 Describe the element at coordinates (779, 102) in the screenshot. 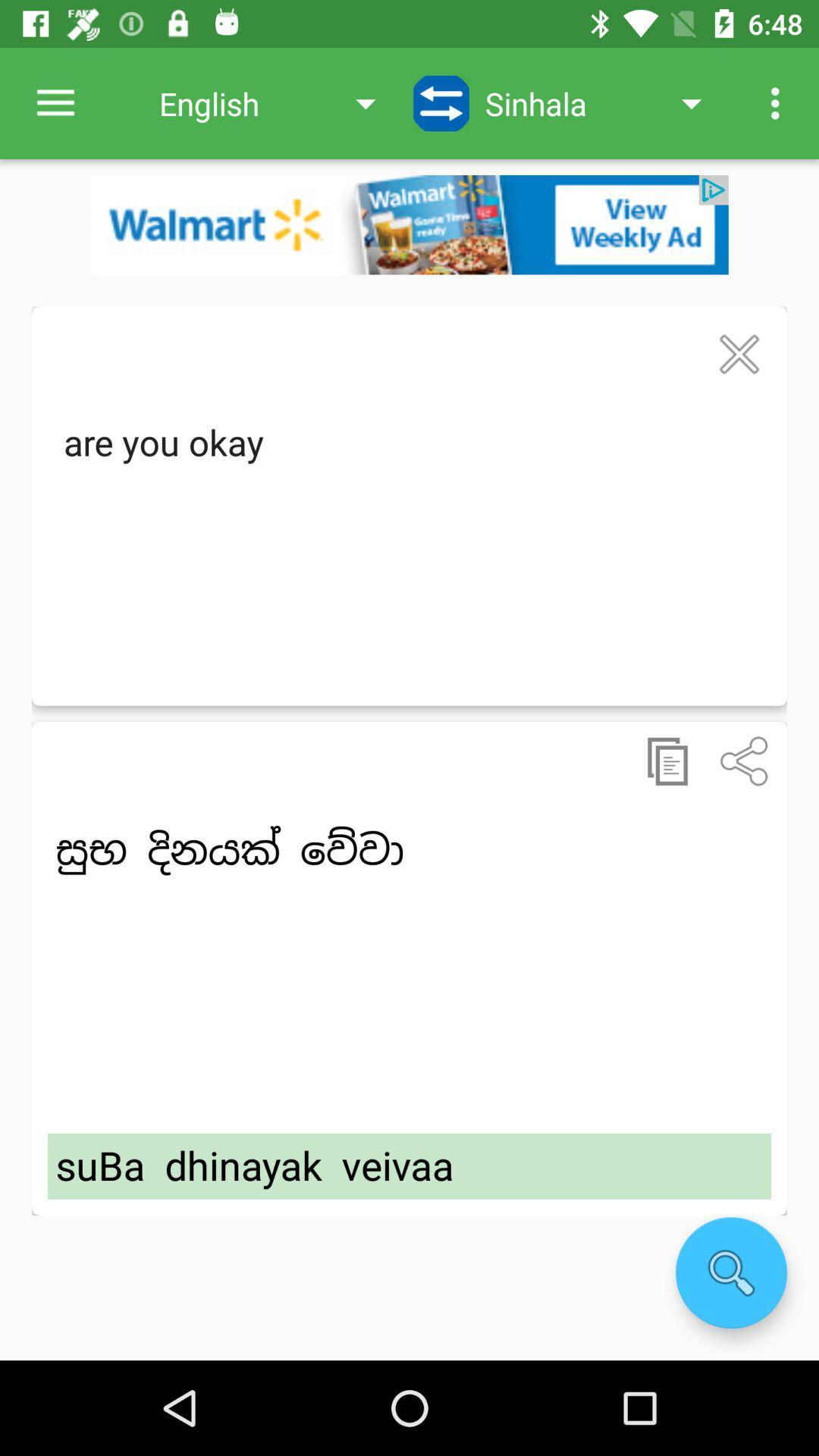

I see `the icon to the right of sinhala` at that location.